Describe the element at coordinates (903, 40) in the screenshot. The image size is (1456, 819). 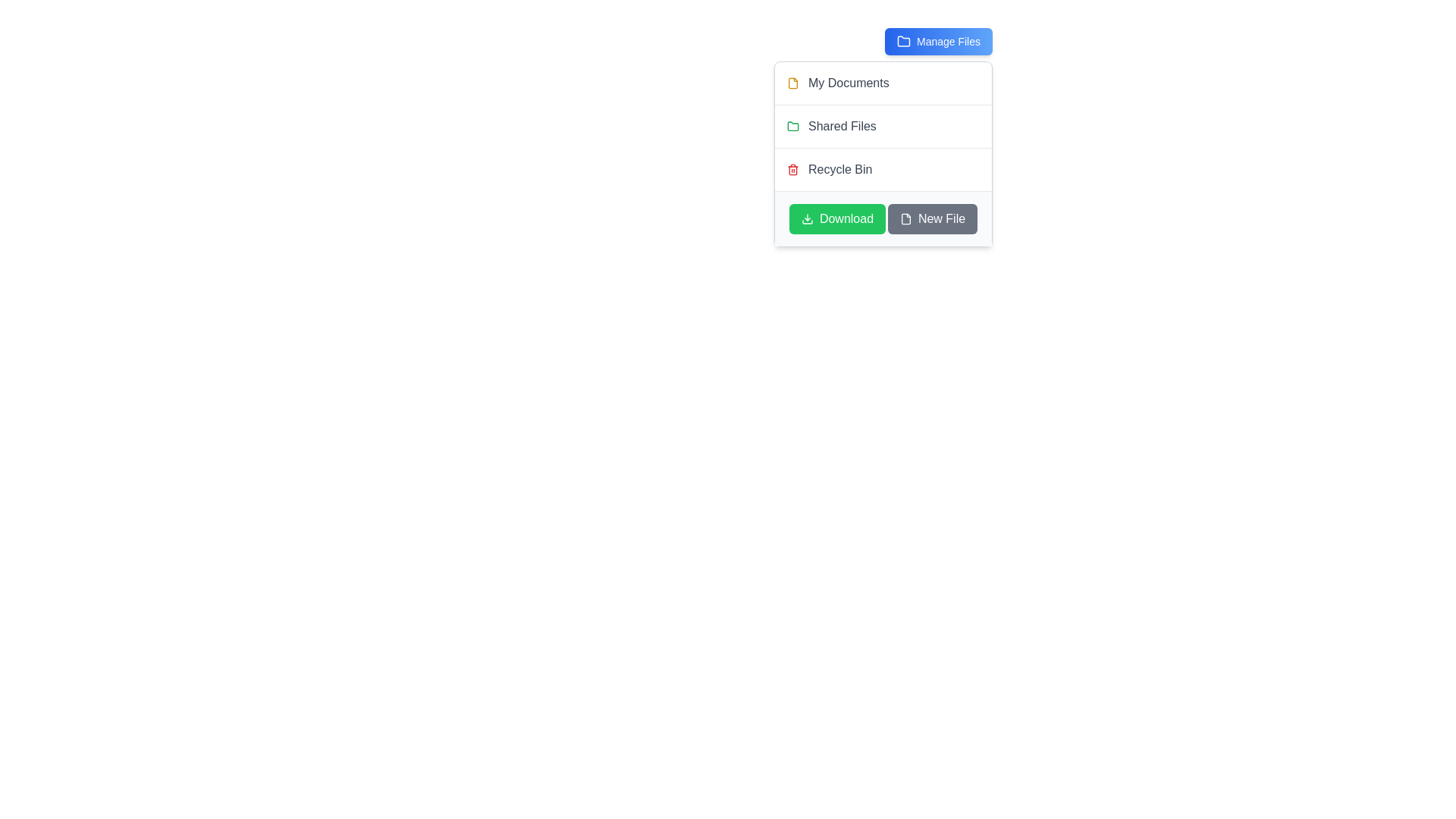
I see `the small blue outline folder icon located to the left of the 'Manage Files' text in the button at the top-right corner of the interface` at that location.